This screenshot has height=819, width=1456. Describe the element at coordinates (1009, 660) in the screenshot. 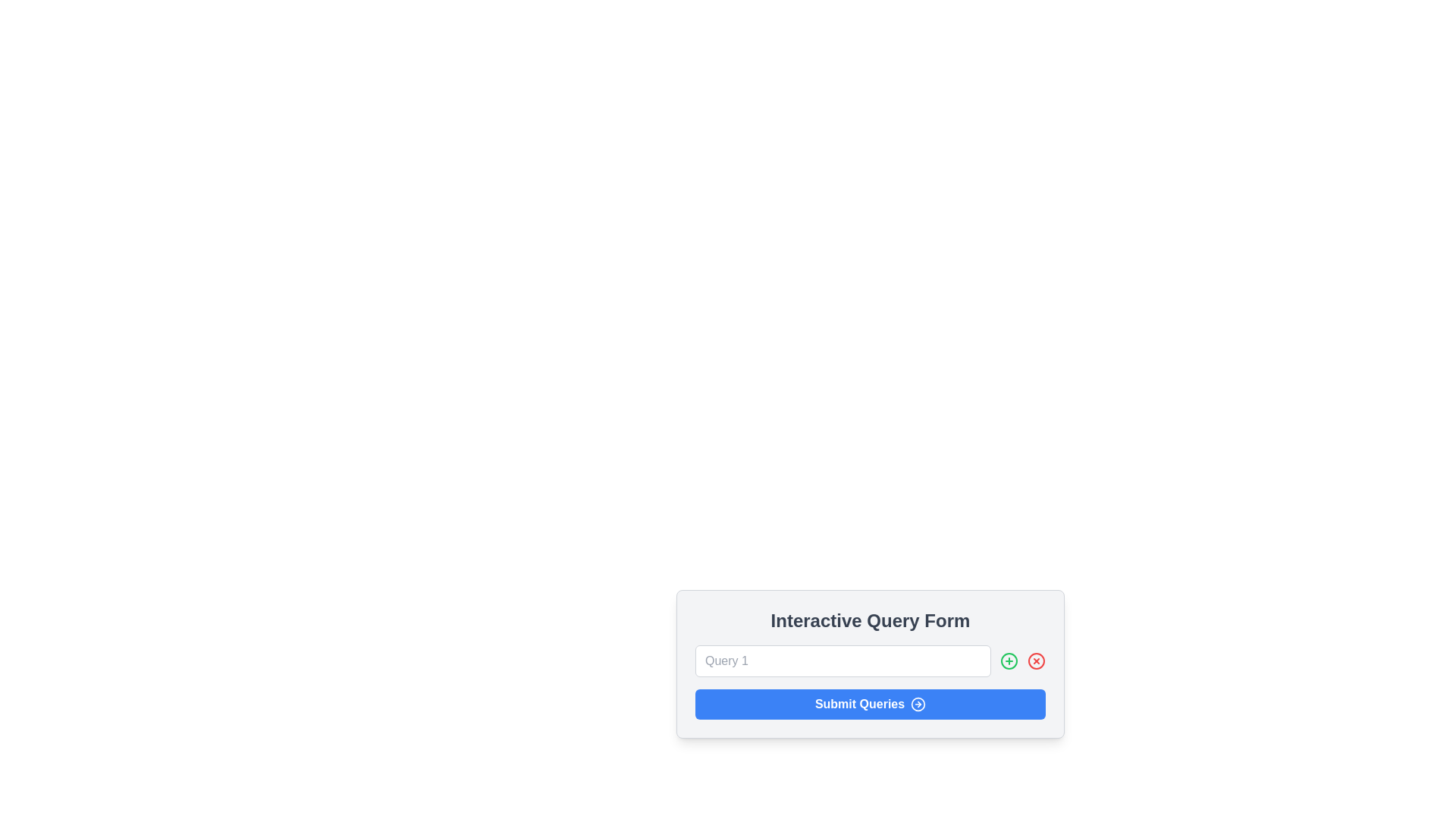

I see `the green circular button with a plus sign located to the right of the 'Query 1' text input field` at that location.